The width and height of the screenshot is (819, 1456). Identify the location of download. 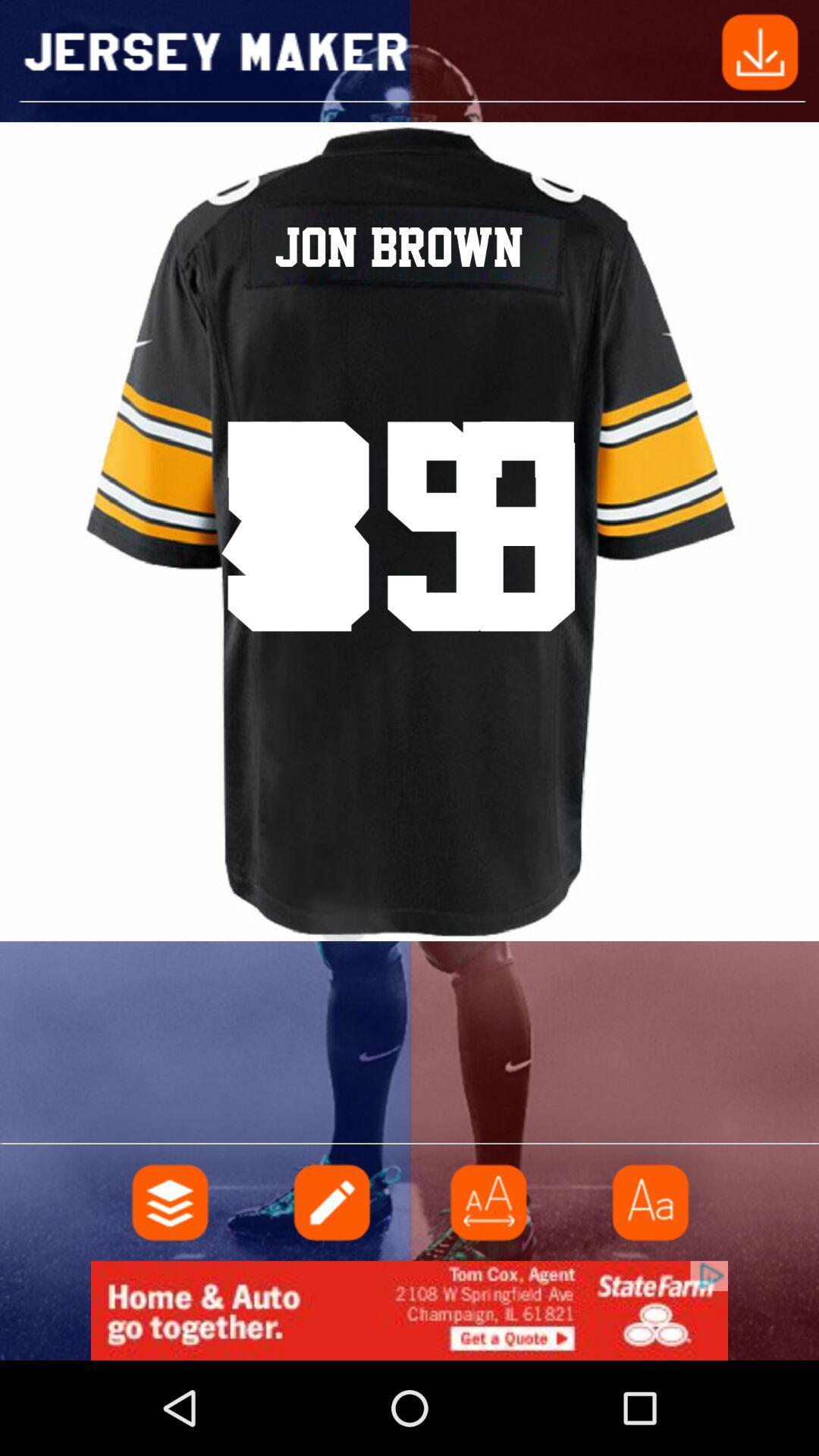
(760, 51).